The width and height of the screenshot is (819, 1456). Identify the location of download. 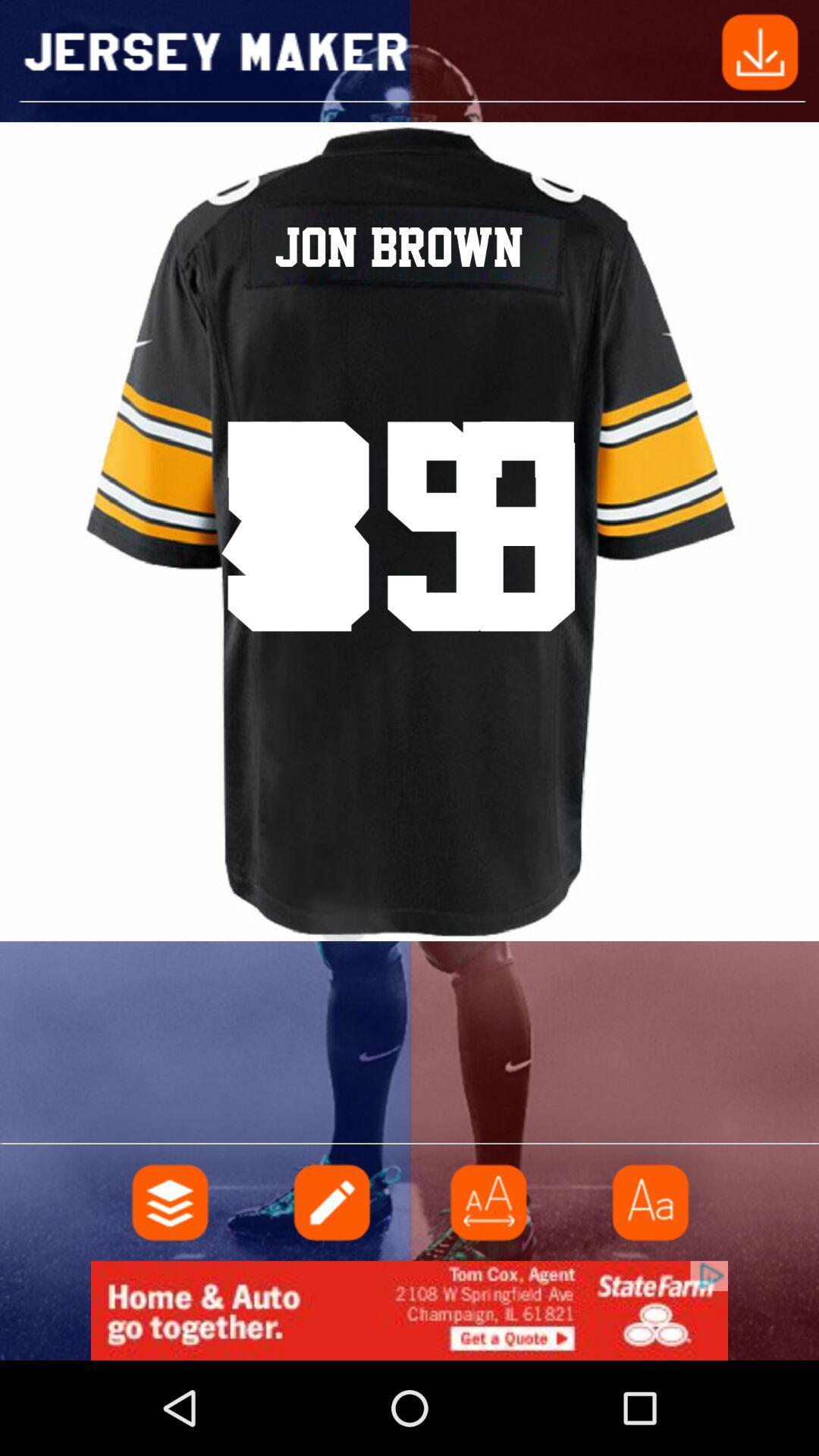
(760, 51).